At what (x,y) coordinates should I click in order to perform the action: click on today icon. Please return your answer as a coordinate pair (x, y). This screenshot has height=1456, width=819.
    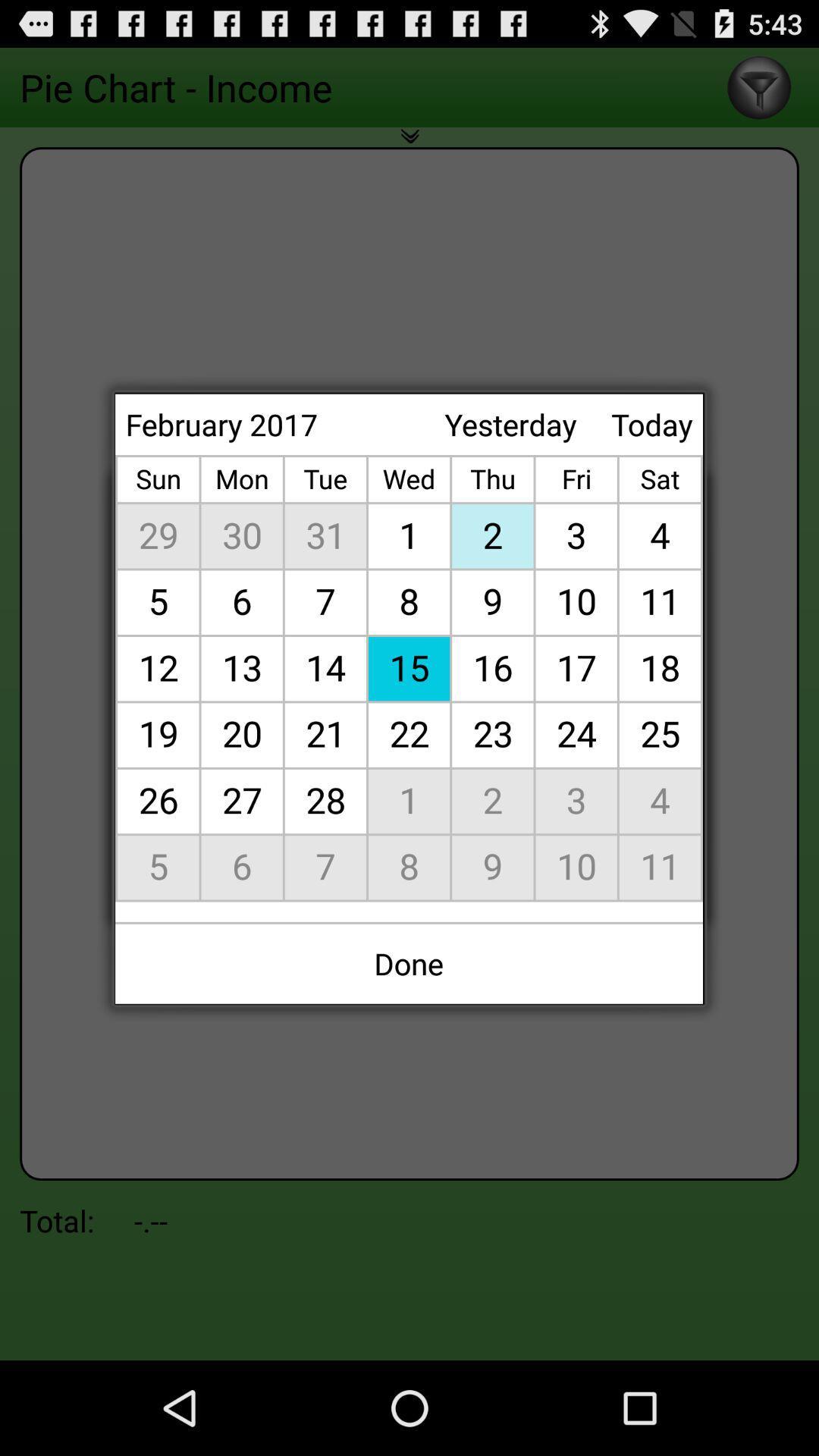
    Looking at the image, I should click on (651, 424).